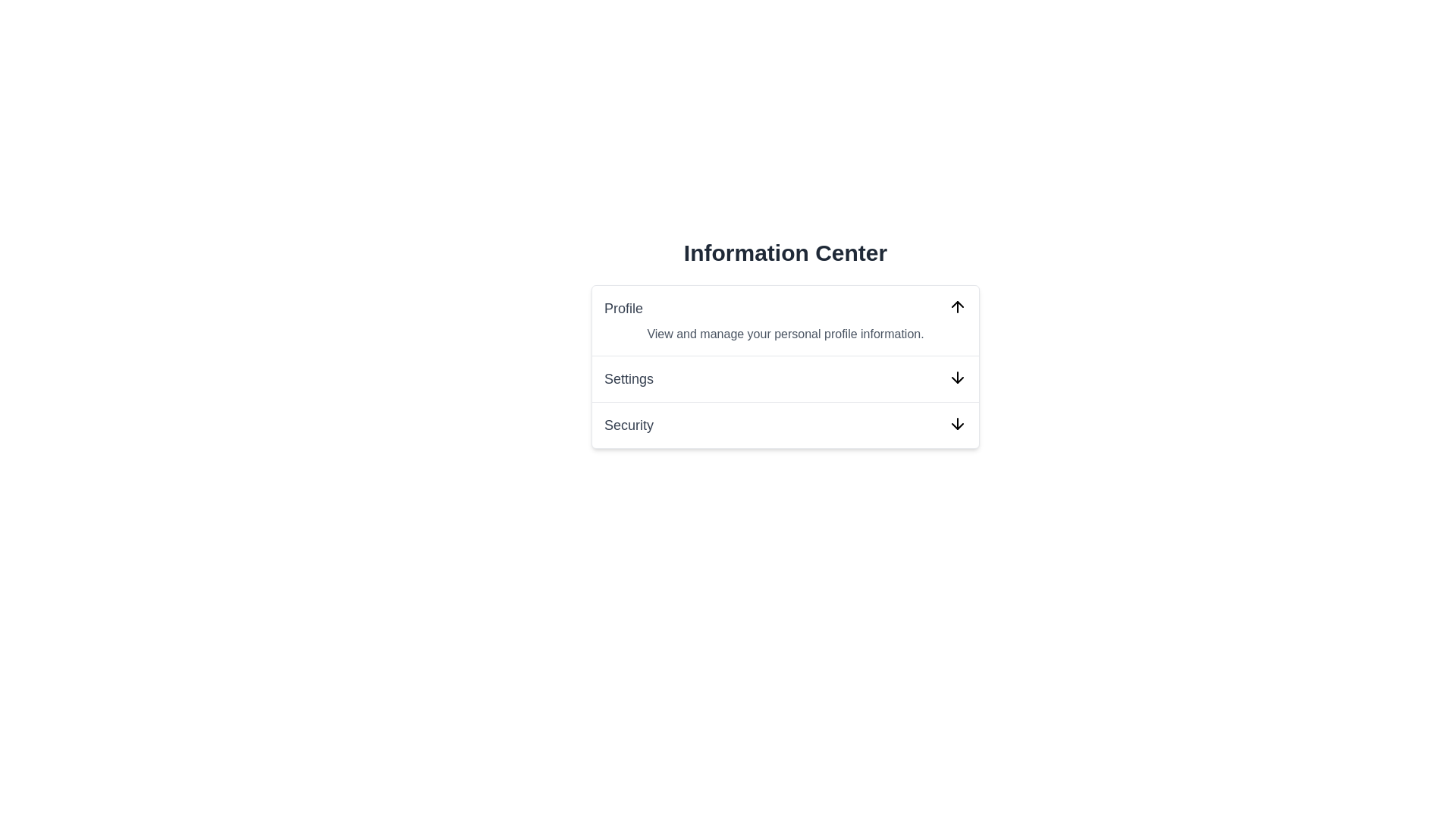 This screenshot has width=1456, height=819. Describe the element at coordinates (956, 376) in the screenshot. I see `the downward arrow icon located to the right of the 'Settings' text in the second row of the list` at that location.